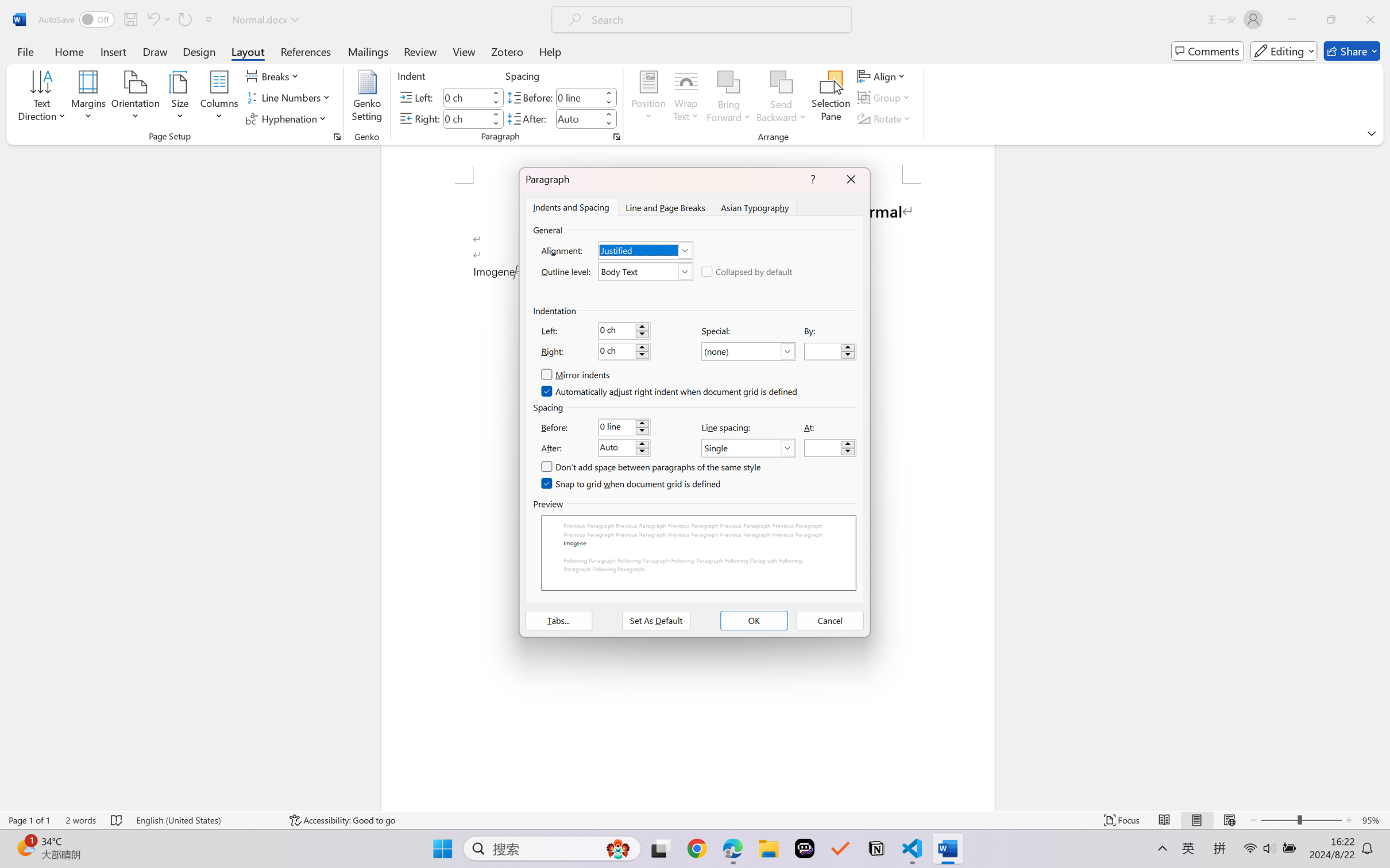 Image resolution: width=1390 pixels, height=868 pixels. What do you see at coordinates (88, 98) in the screenshot?
I see `'Margins'` at bounding box center [88, 98].